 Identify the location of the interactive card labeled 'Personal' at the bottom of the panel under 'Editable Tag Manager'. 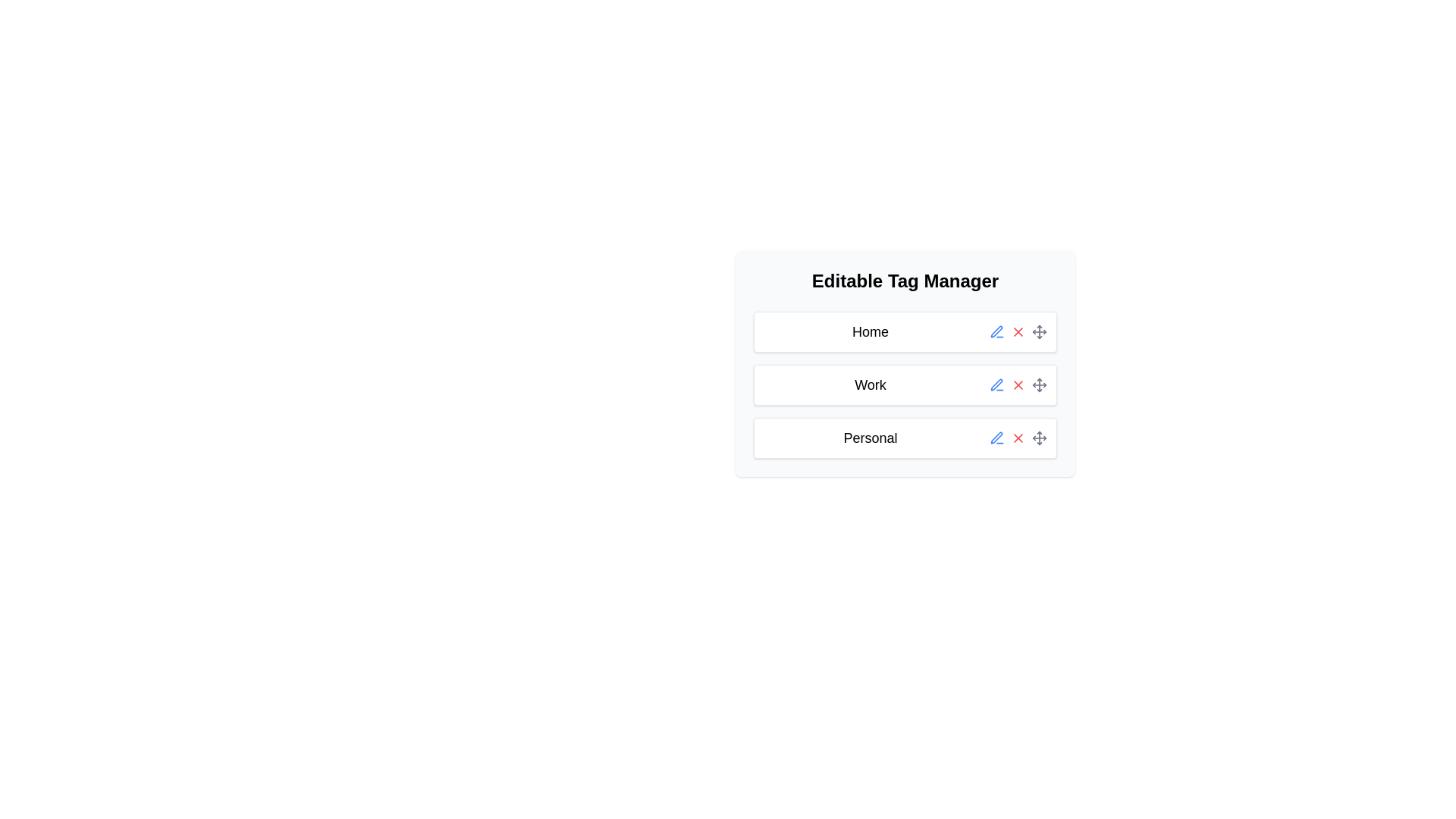
(905, 438).